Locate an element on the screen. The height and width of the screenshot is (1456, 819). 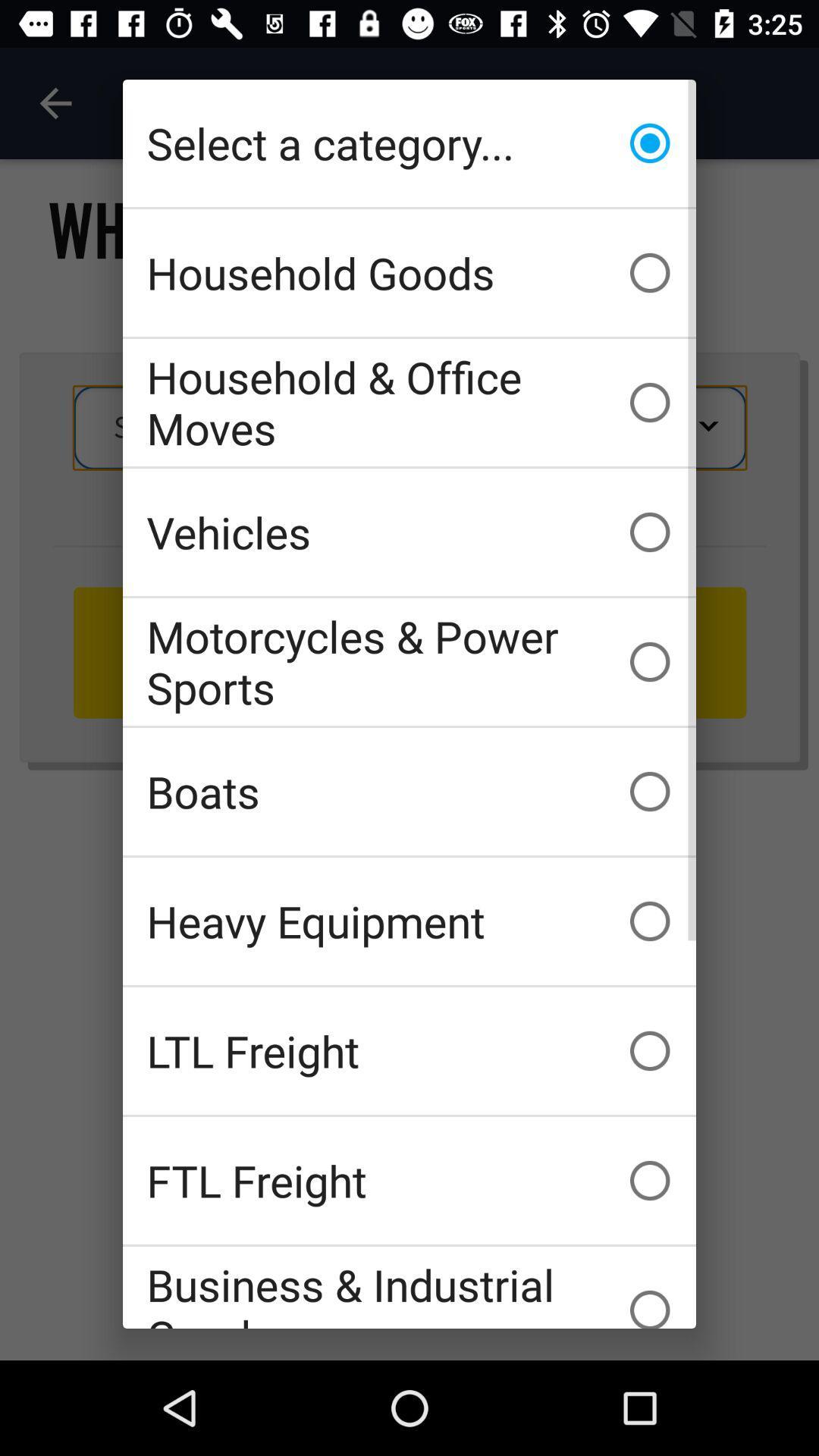
icon below select a category... item is located at coordinates (409, 273).